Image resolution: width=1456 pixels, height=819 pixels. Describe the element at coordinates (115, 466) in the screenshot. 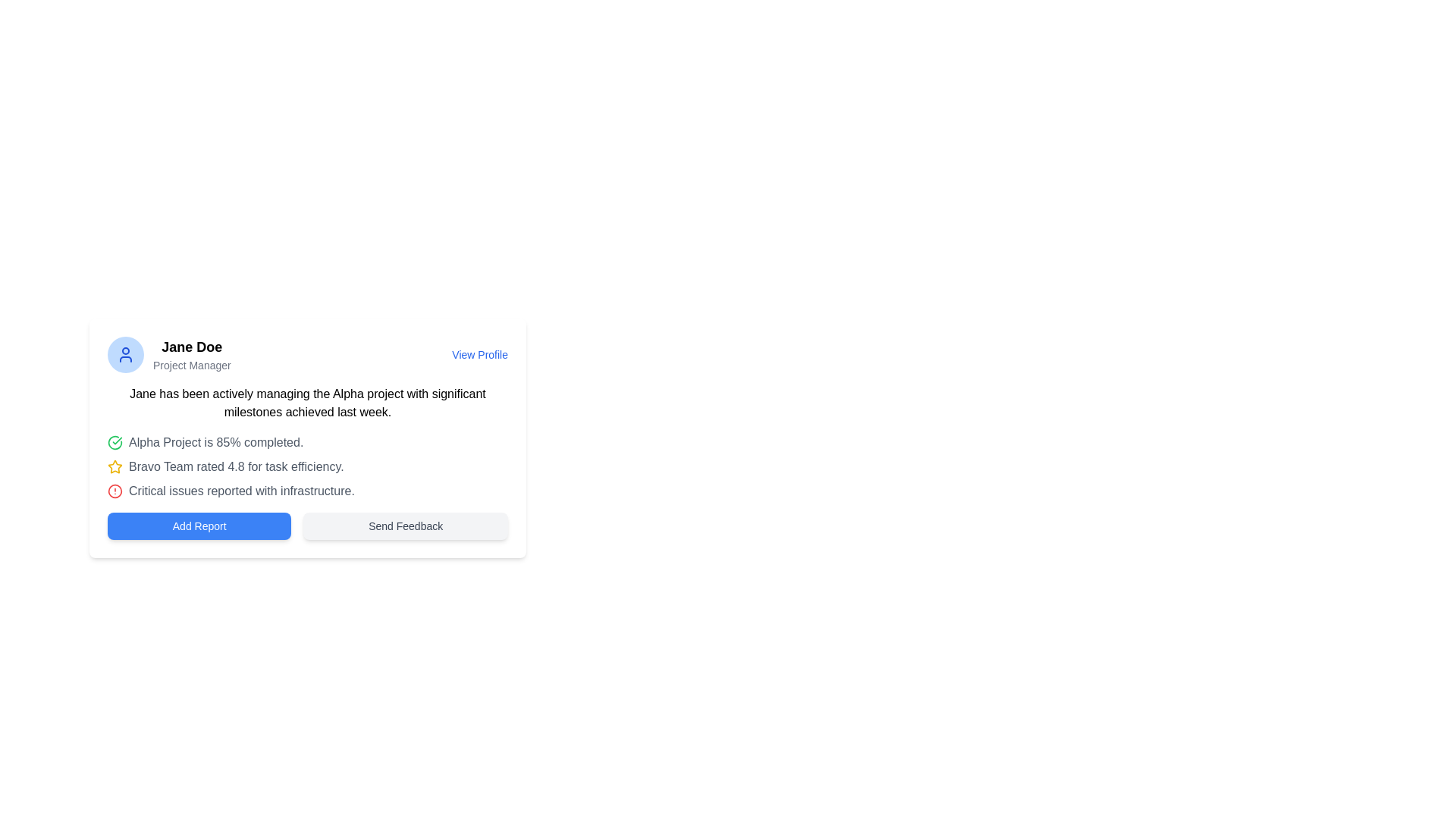

I see `the feedback icon located near the middle-bottom of the UI, below the descriptive text about performance and above the action buttons, to interact with it` at that location.